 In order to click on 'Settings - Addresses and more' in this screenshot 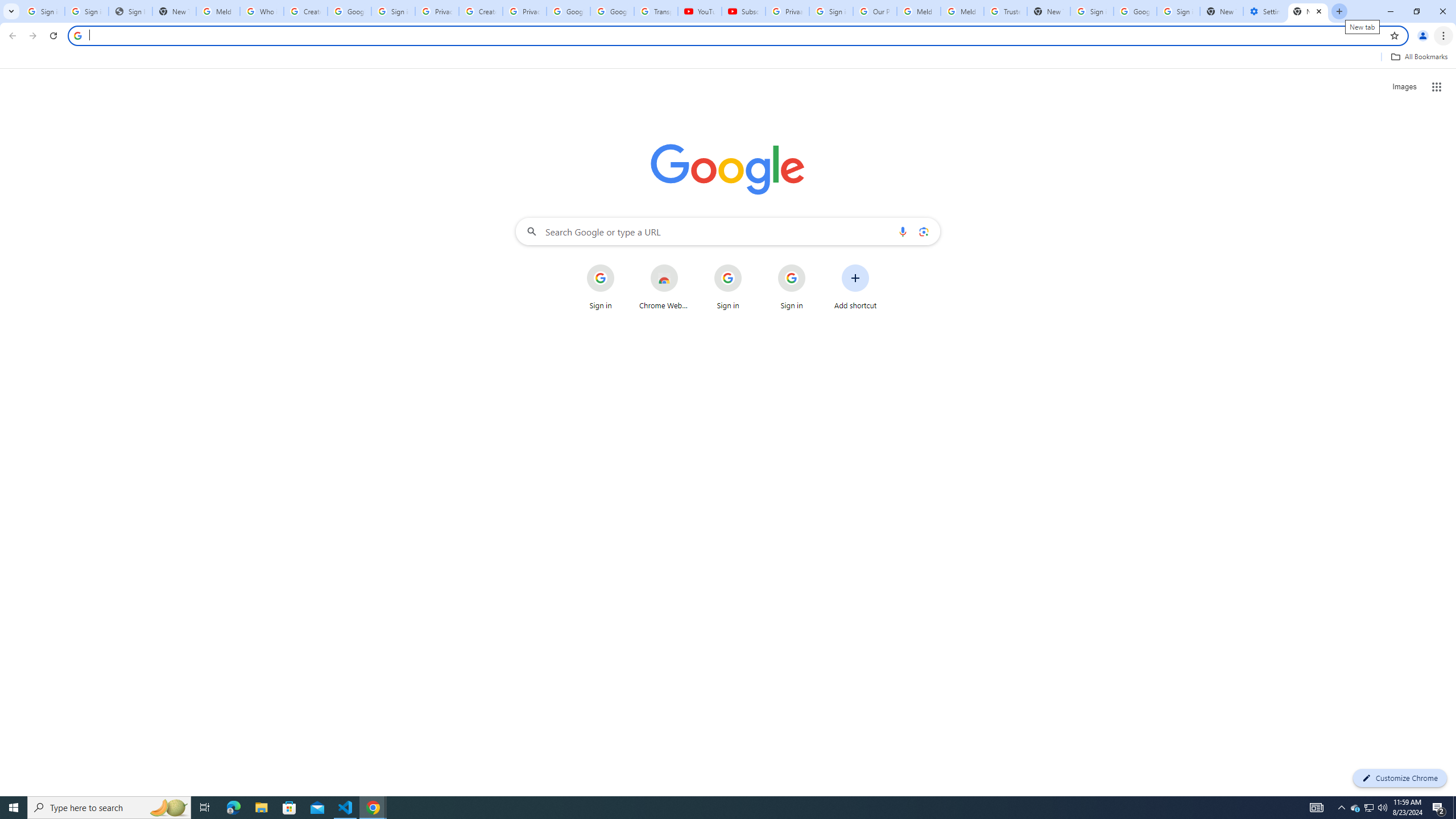, I will do `click(1264, 11)`.